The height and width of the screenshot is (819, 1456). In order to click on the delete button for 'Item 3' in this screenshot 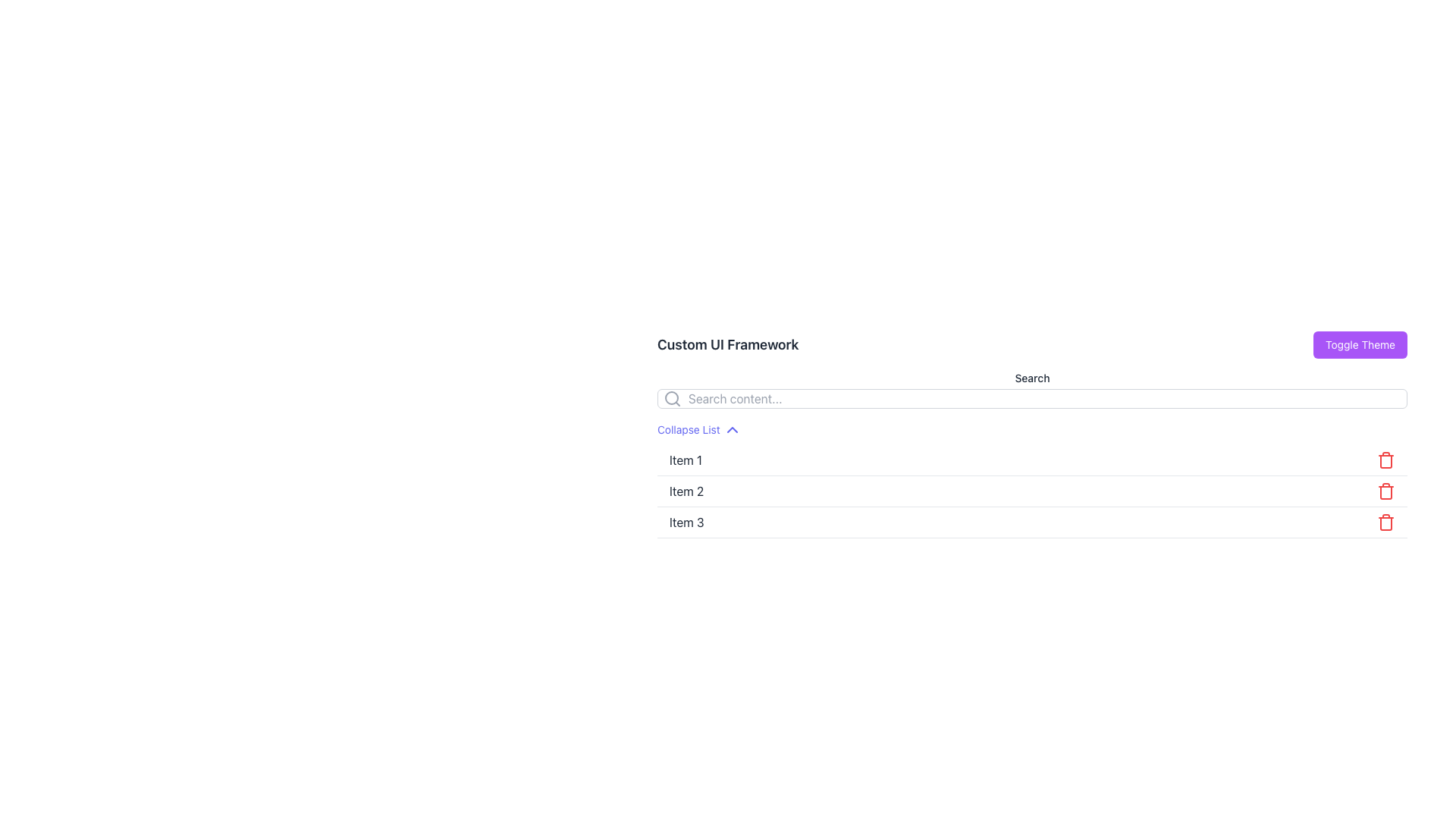, I will do `click(1386, 522)`.